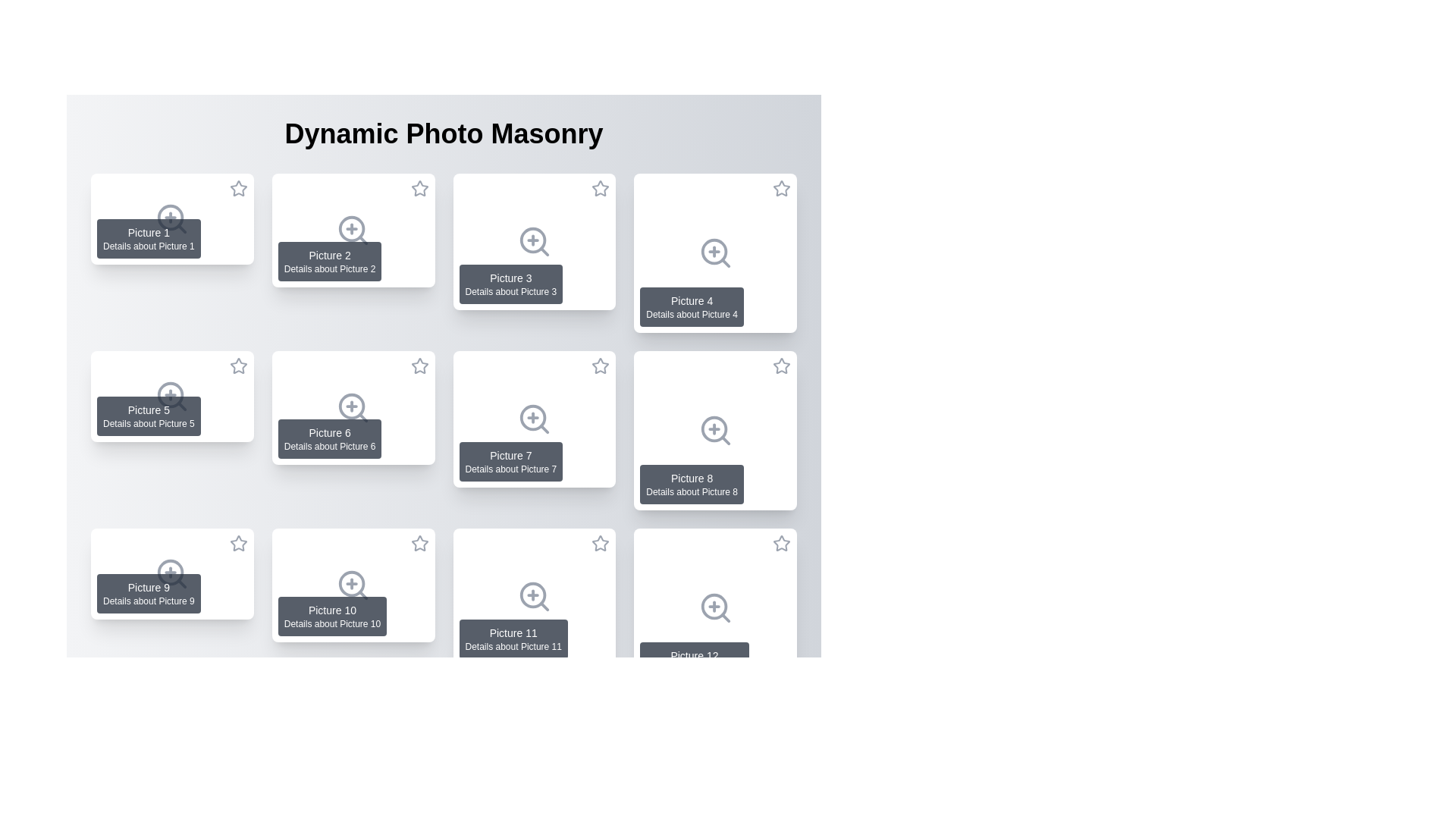 Image resolution: width=1456 pixels, height=819 pixels. What do you see at coordinates (237, 366) in the screenshot?
I see `the star icon located in the top-right corner of the card labeled 'Picture 5' in the second row of the layout to mark it as 'favorite' or 'important'` at bounding box center [237, 366].